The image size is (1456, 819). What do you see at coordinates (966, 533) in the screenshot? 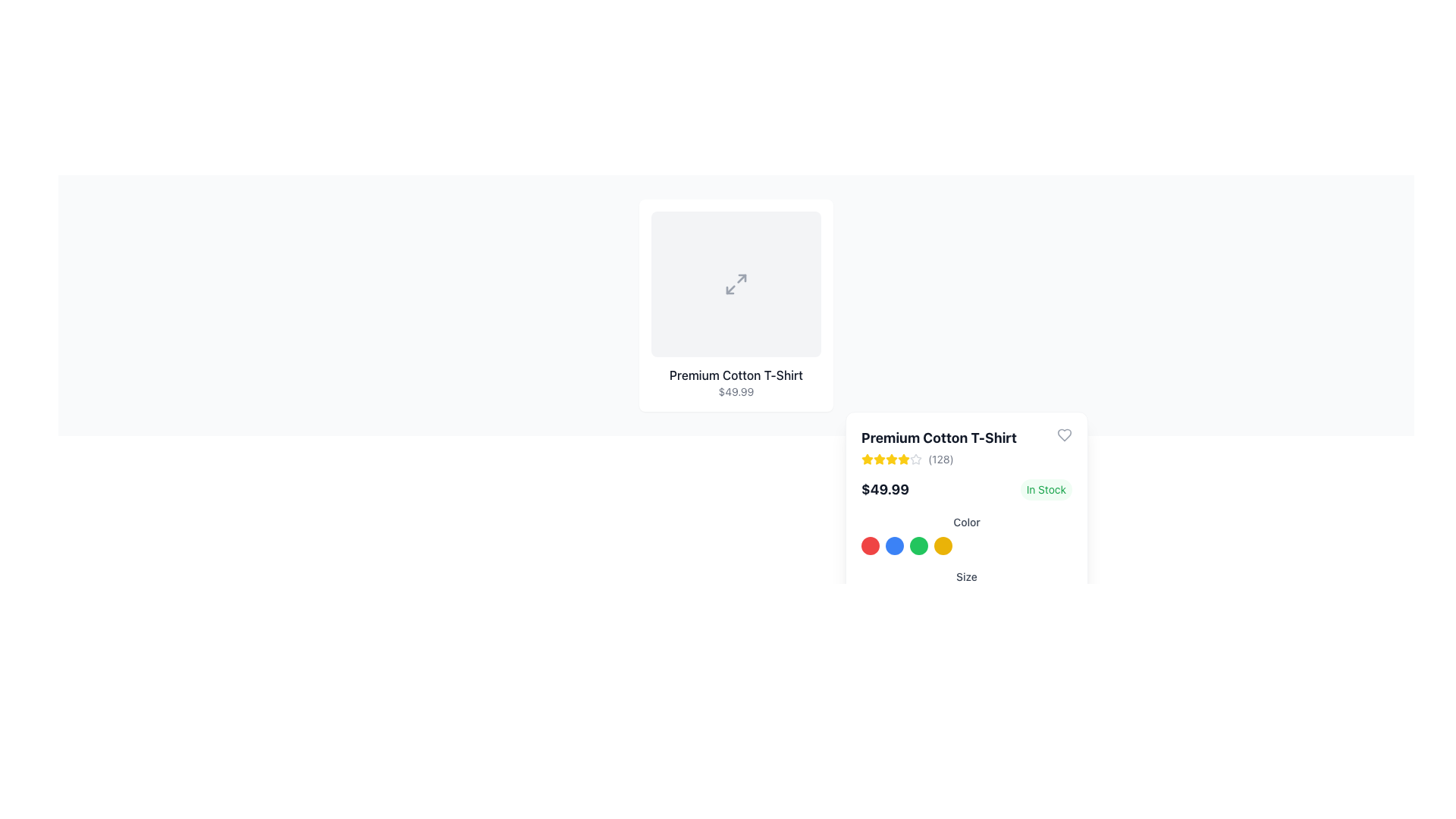
I see `the 'Color' label section` at bounding box center [966, 533].